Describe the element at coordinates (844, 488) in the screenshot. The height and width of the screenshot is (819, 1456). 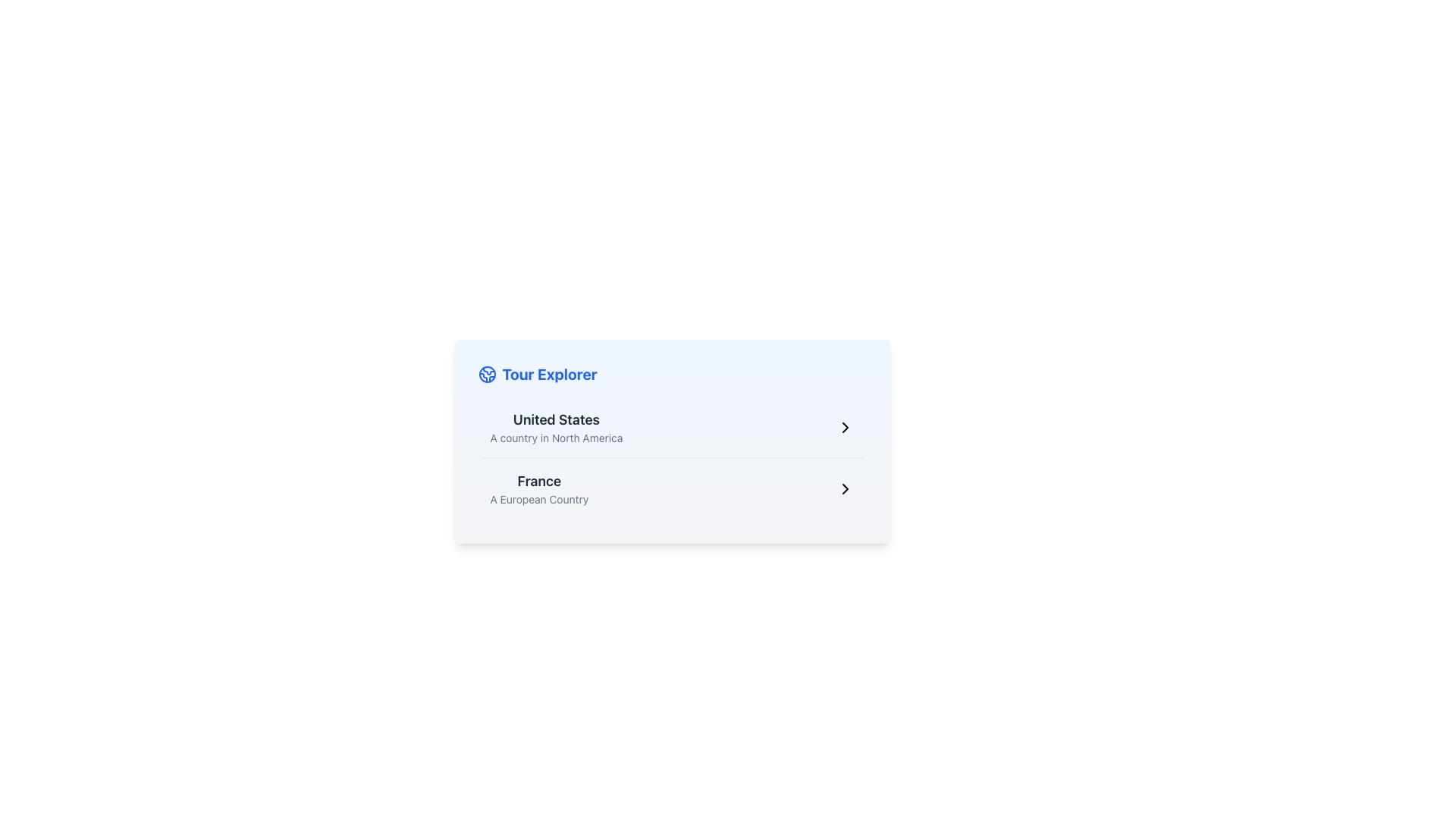
I see `the chevron arrow button located to the right of the text 'France'` at that location.